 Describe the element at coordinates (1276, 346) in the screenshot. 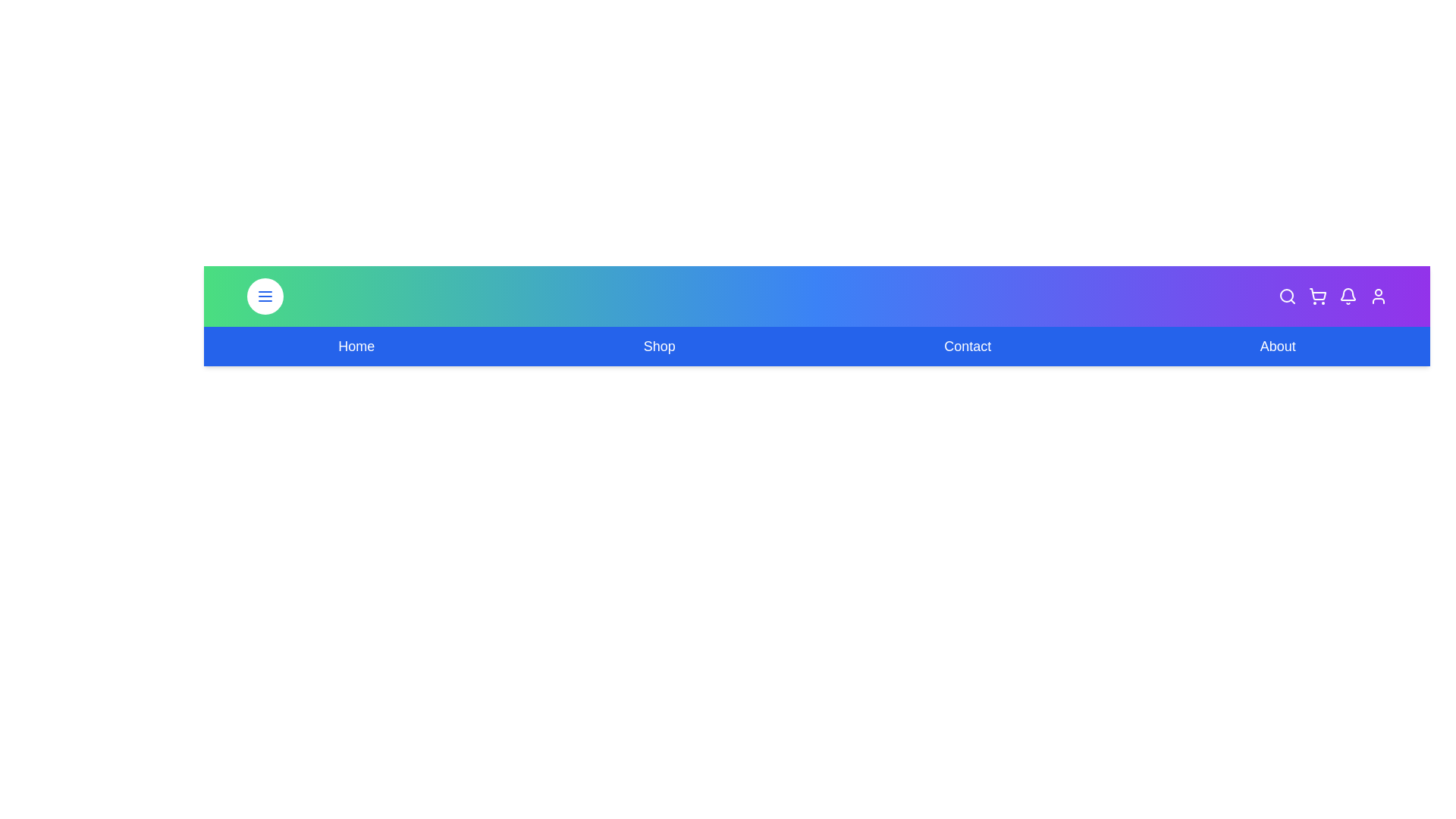

I see `the navigation link for About` at that location.